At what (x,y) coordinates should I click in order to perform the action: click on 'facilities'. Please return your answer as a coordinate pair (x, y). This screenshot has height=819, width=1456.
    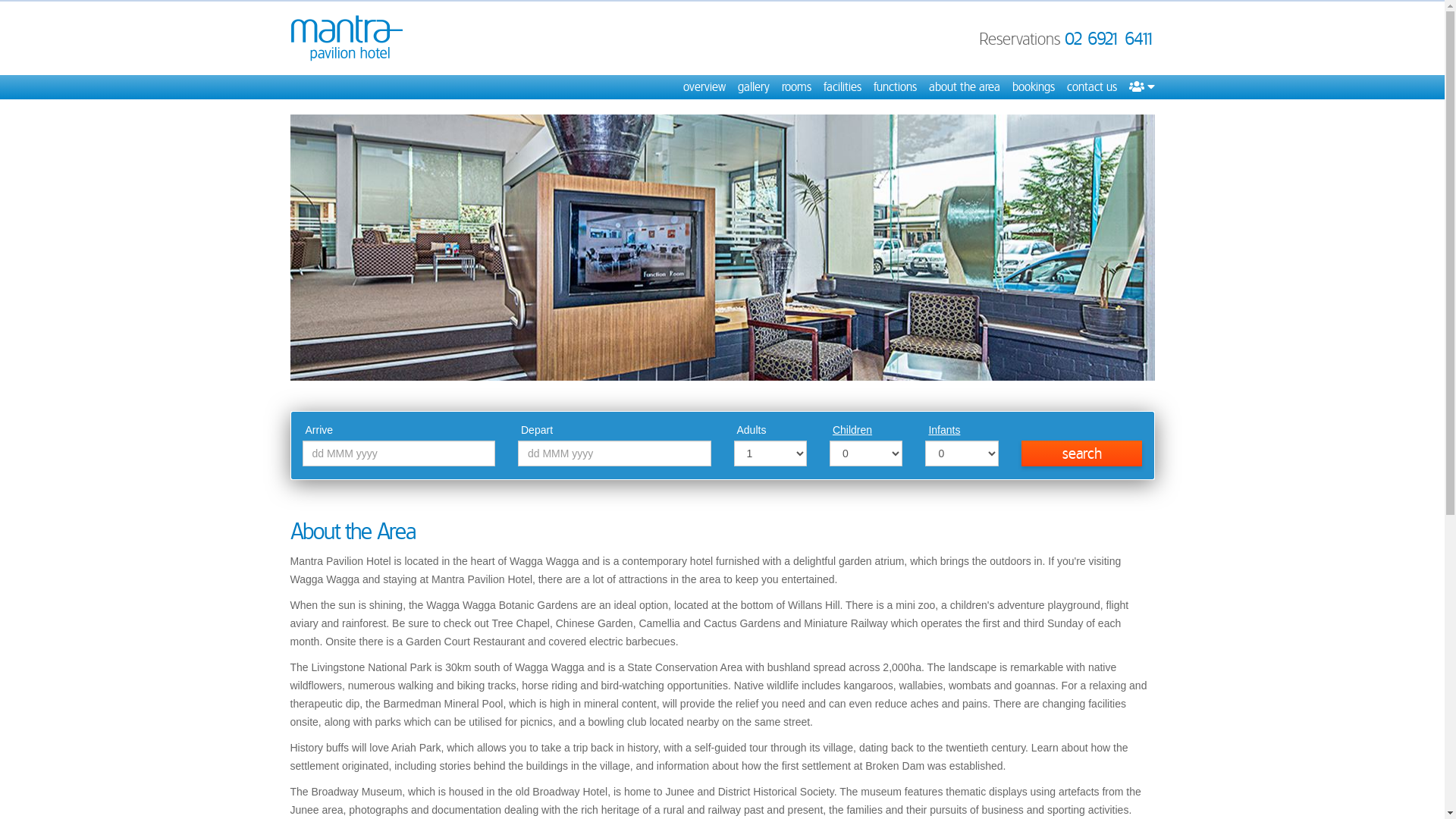
    Looking at the image, I should click on (841, 87).